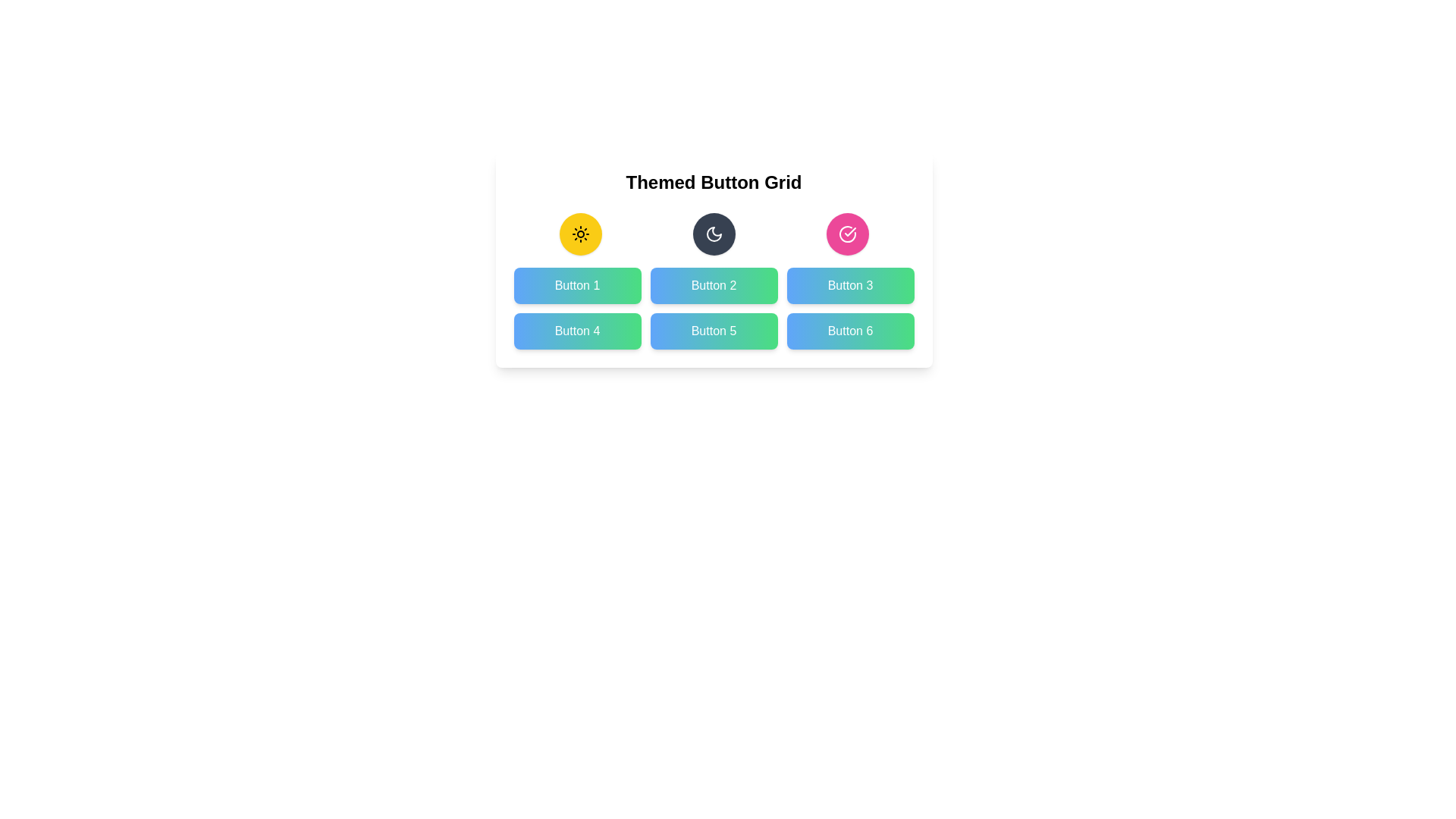 Image resolution: width=1456 pixels, height=819 pixels. Describe the element at coordinates (713, 330) in the screenshot. I see `the interactive button located in the grid layout, which is the second button in the second row, positioned between 'Button 4' and 'Button 6'` at that location.